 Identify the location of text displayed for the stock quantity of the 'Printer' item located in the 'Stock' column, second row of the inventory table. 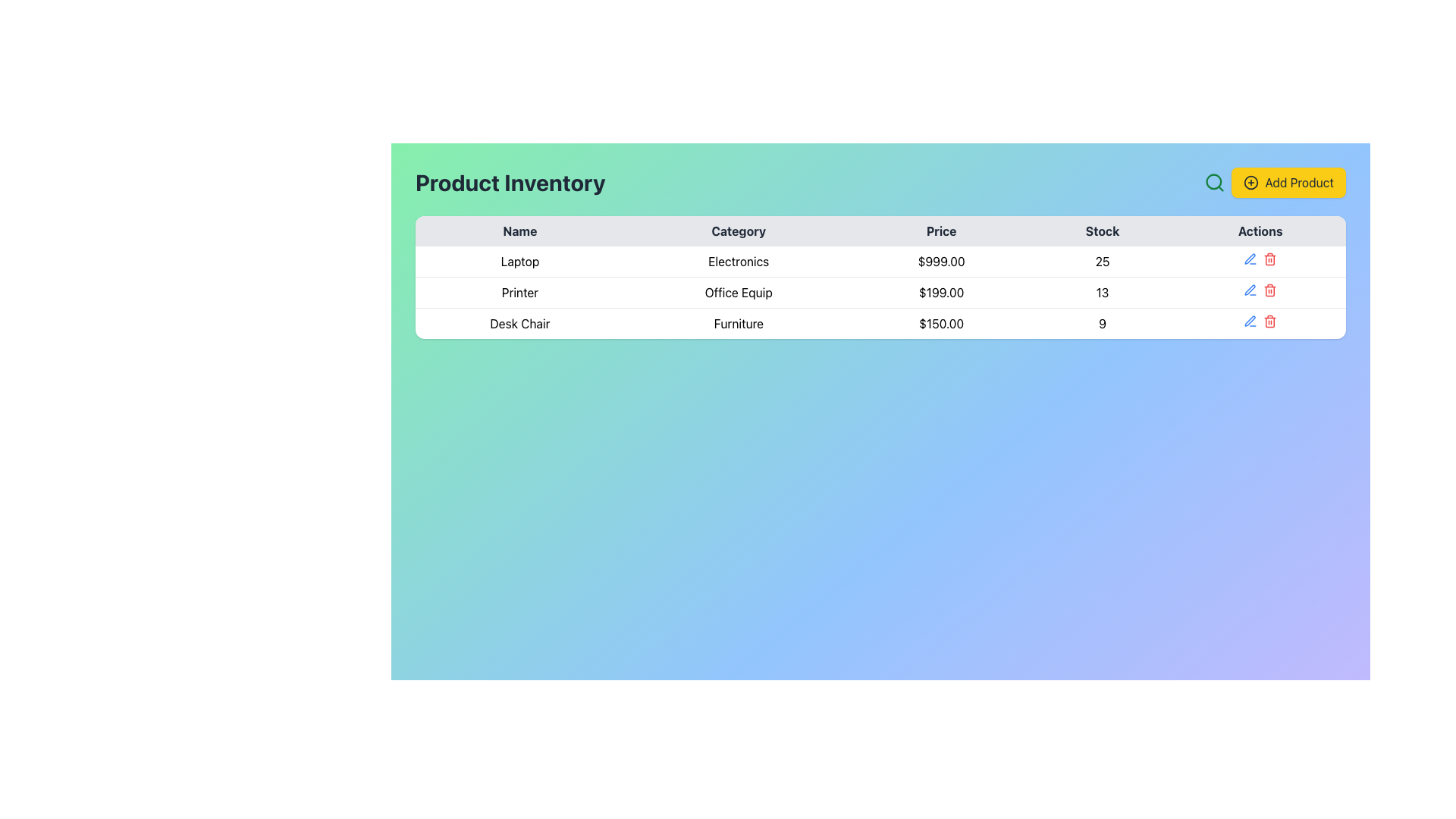
(1103, 292).